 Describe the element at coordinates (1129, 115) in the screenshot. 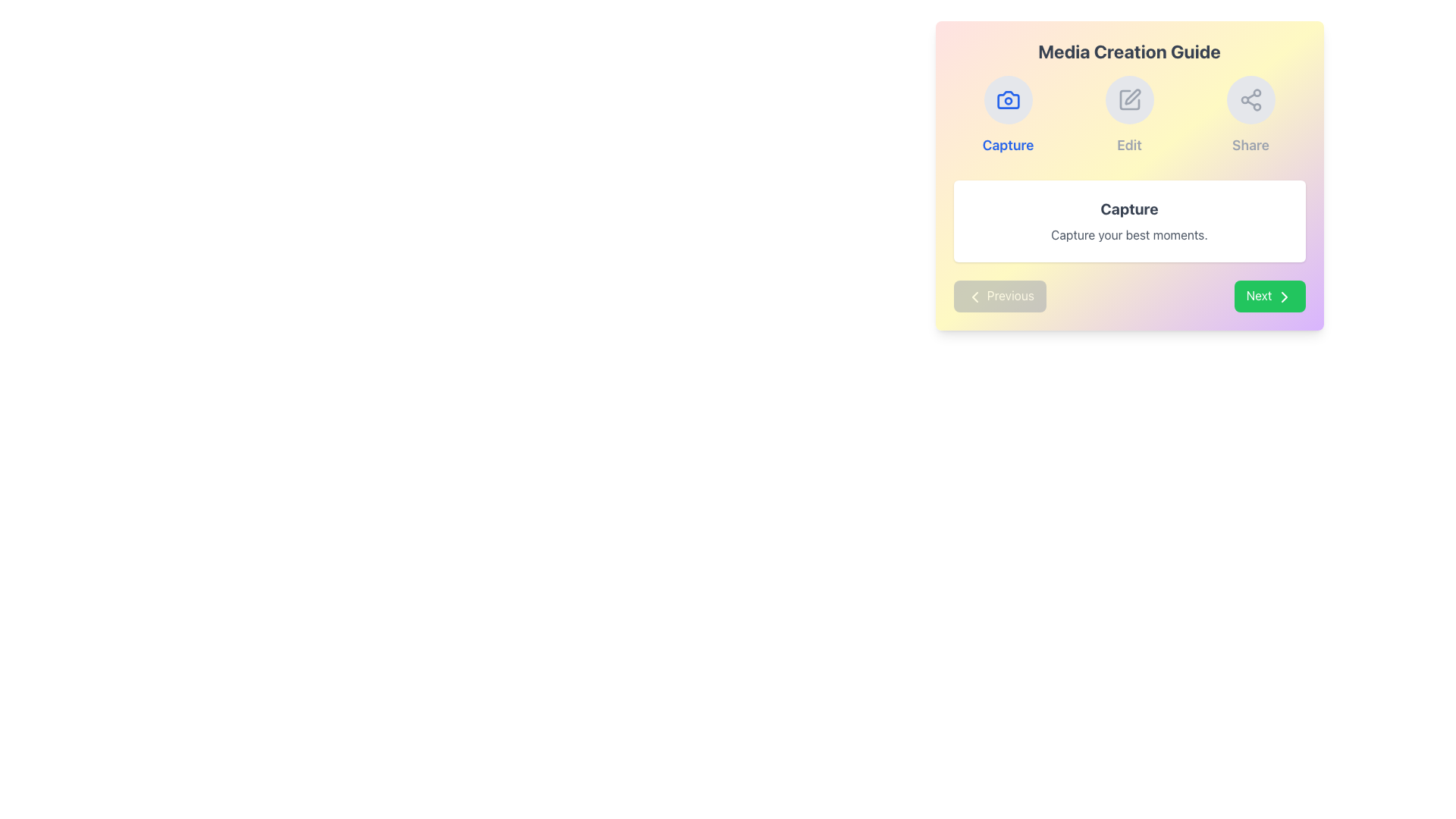

I see `the editing button located in the middle of the triple set under the 'Media Creation Guide' section, positioned between 'Capture' and 'Share'` at that location.